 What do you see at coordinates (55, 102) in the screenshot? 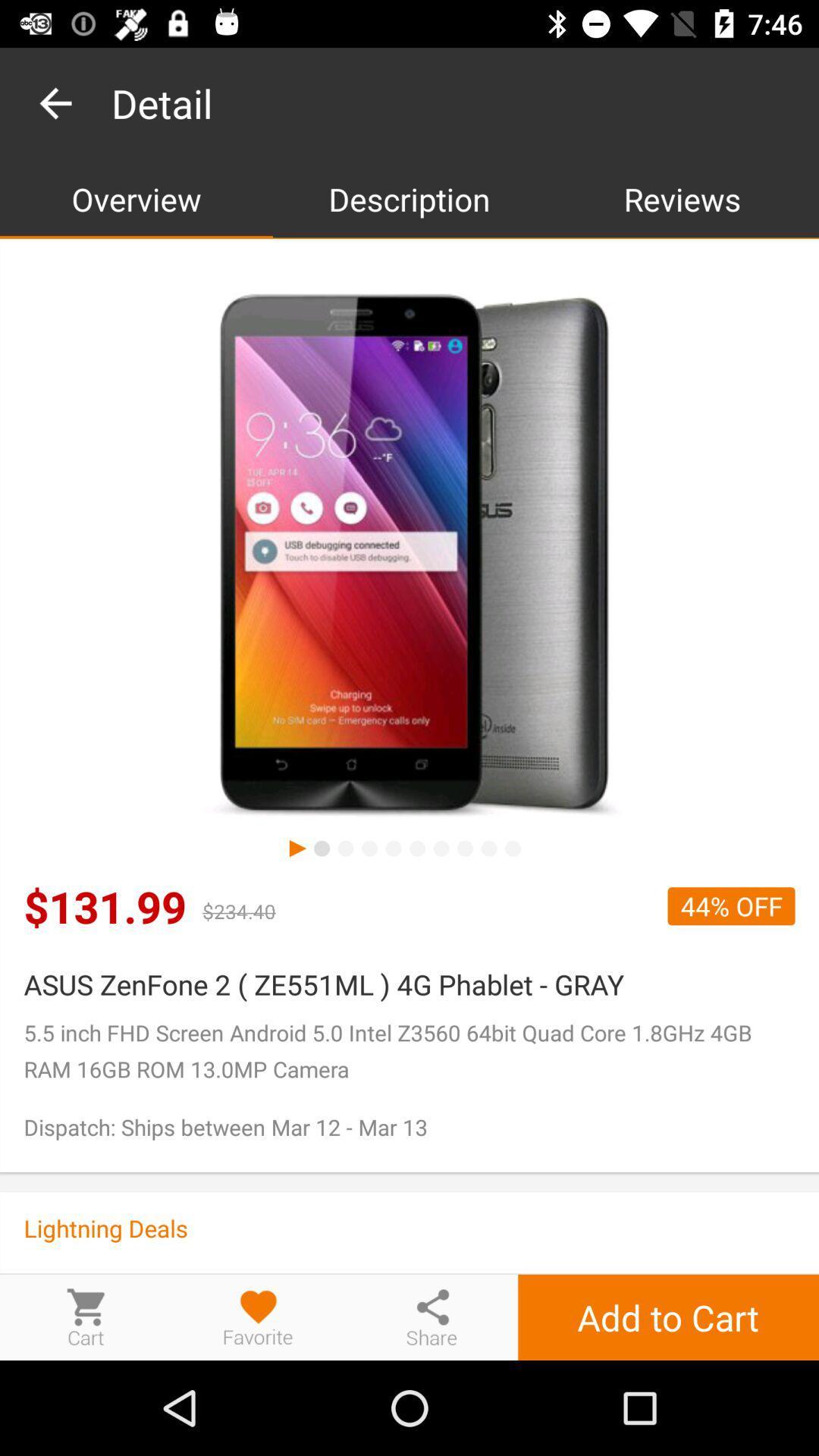
I see `the item next to the detail` at bounding box center [55, 102].